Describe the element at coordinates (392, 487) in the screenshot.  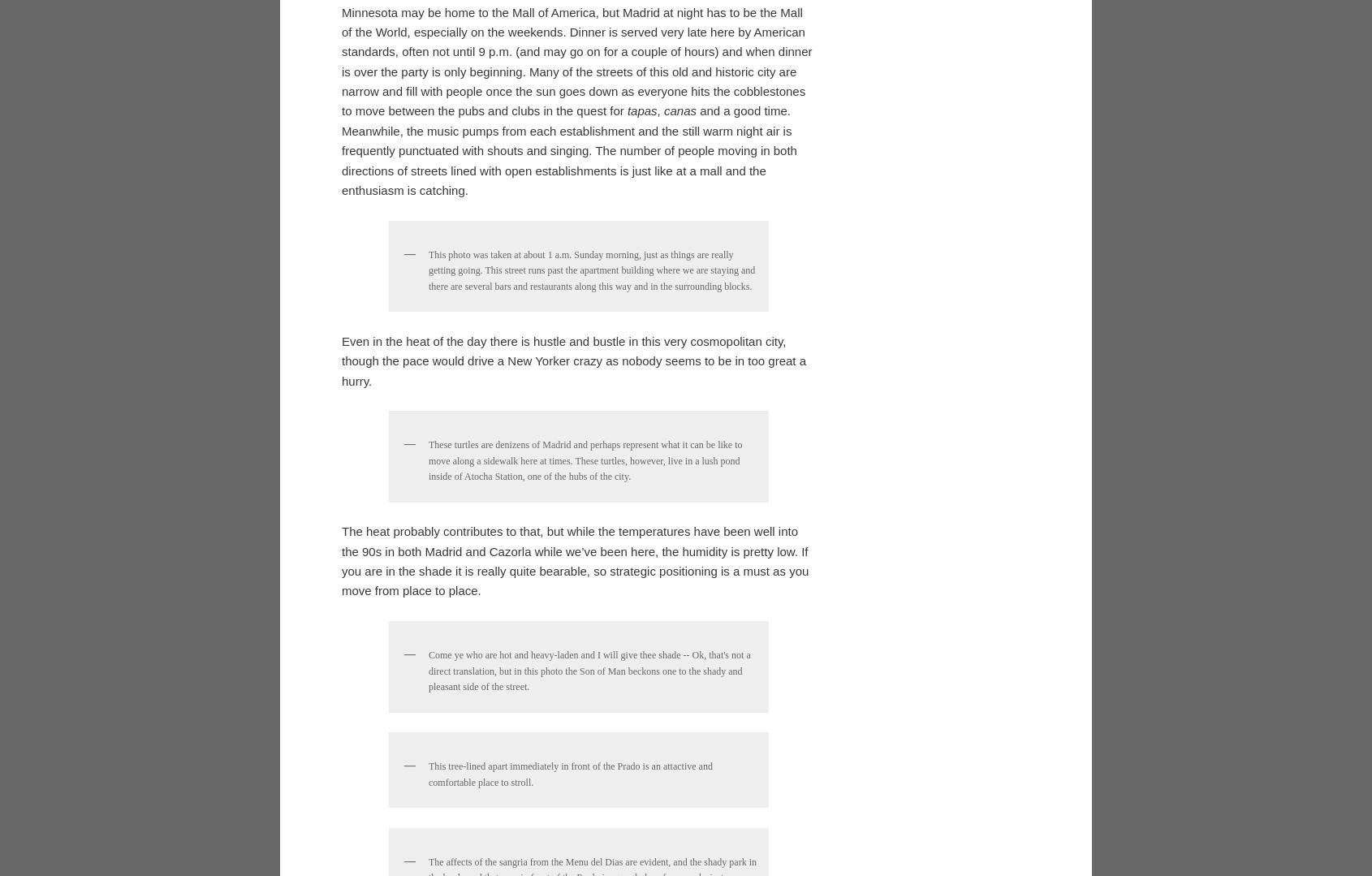
I see `'by the Night Writer'` at that location.